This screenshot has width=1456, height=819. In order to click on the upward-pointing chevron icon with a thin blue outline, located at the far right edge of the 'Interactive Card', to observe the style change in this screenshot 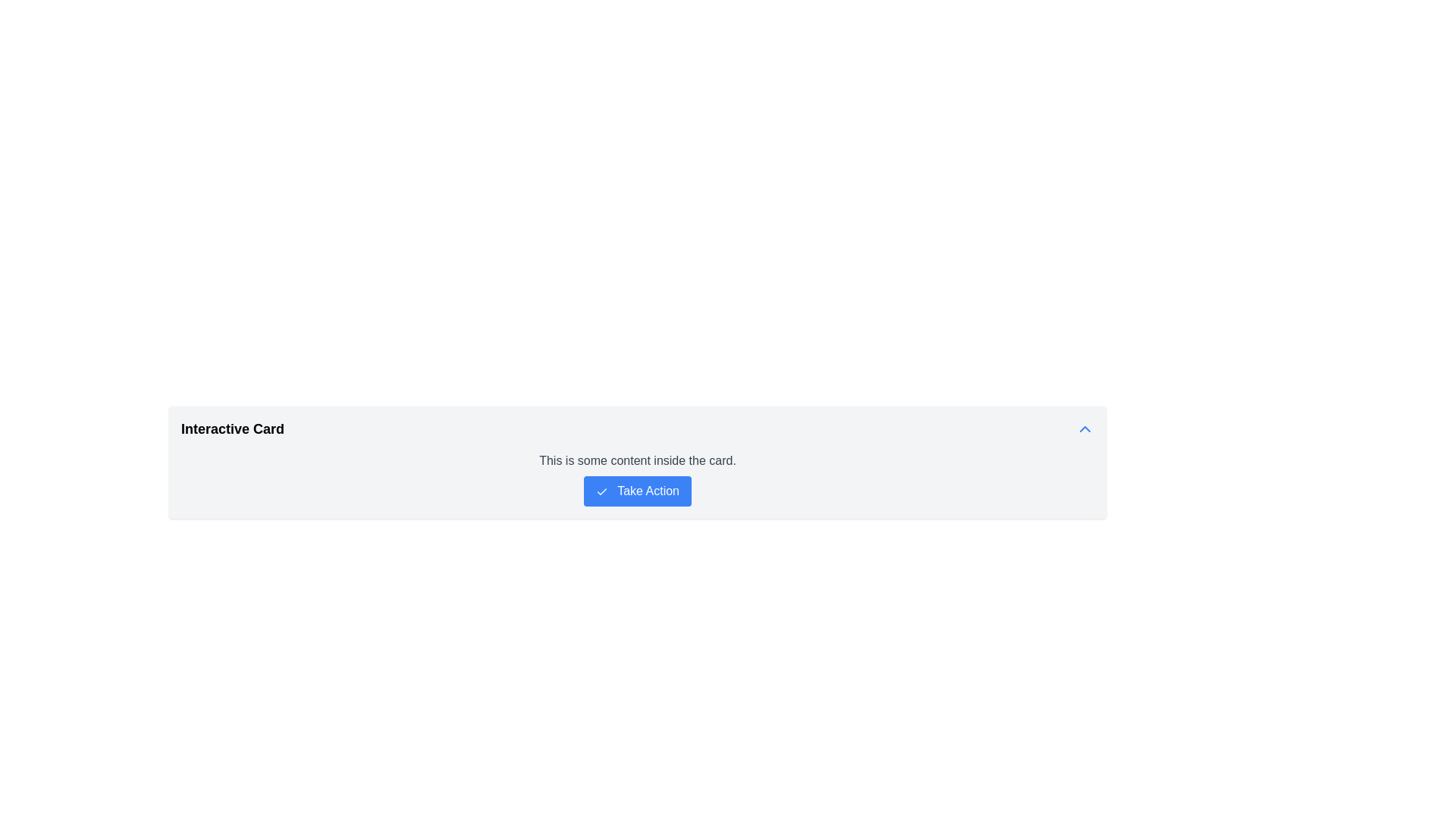, I will do `click(1084, 429)`.